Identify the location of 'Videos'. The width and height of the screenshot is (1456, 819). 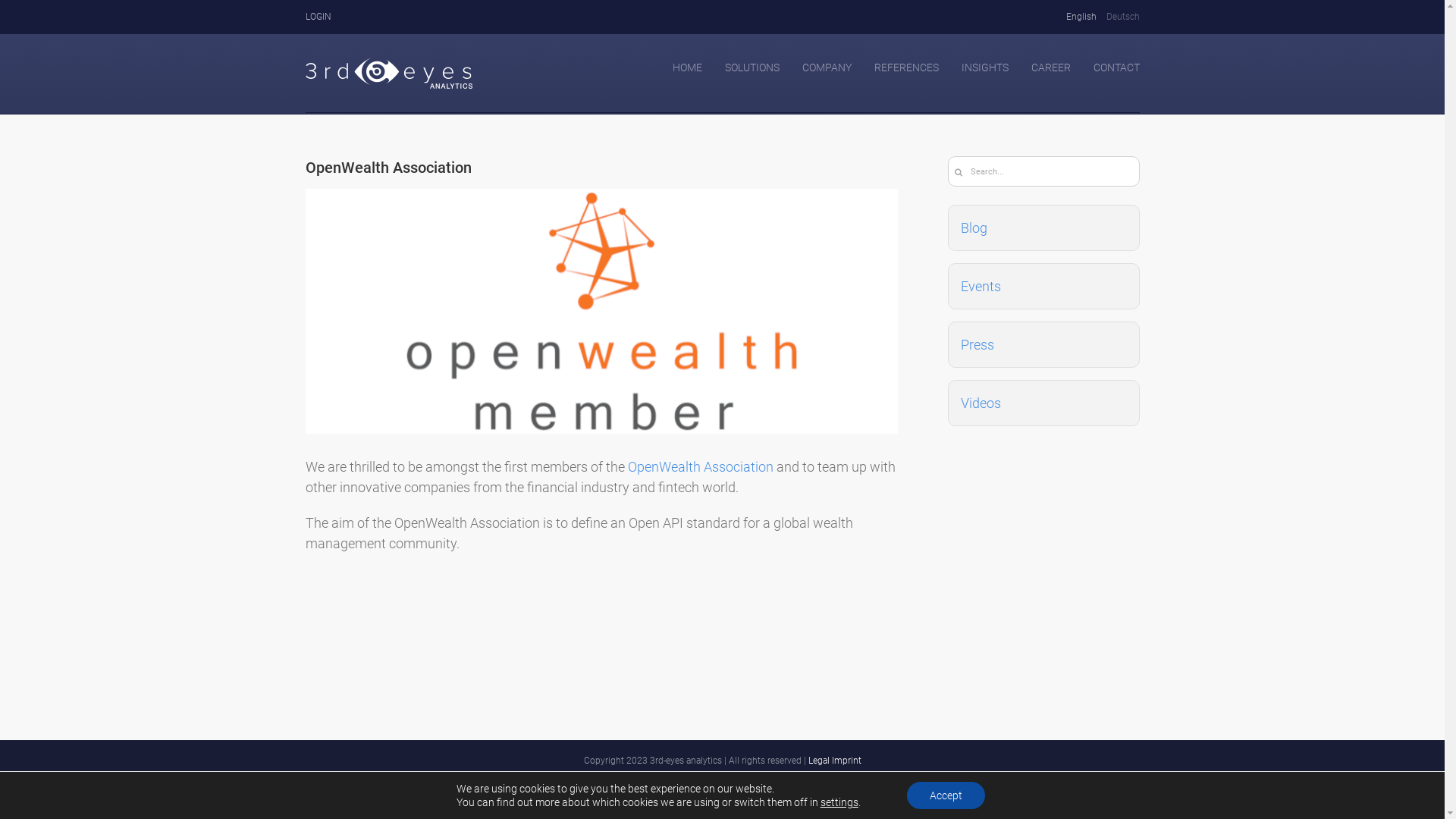
(980, 402).